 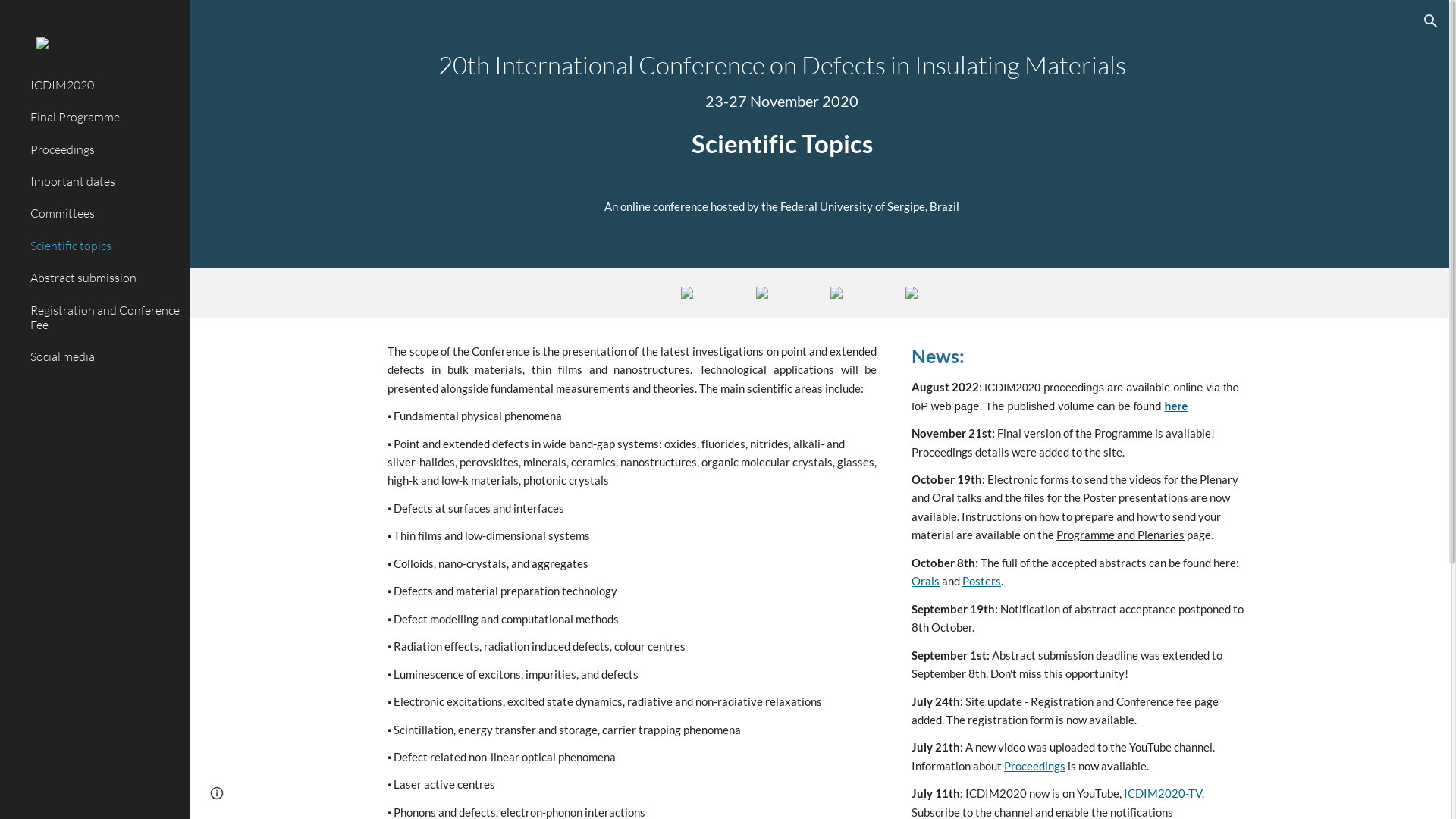 I want to click on 'Registration and Conference Fee', so click(x=103, y=317).